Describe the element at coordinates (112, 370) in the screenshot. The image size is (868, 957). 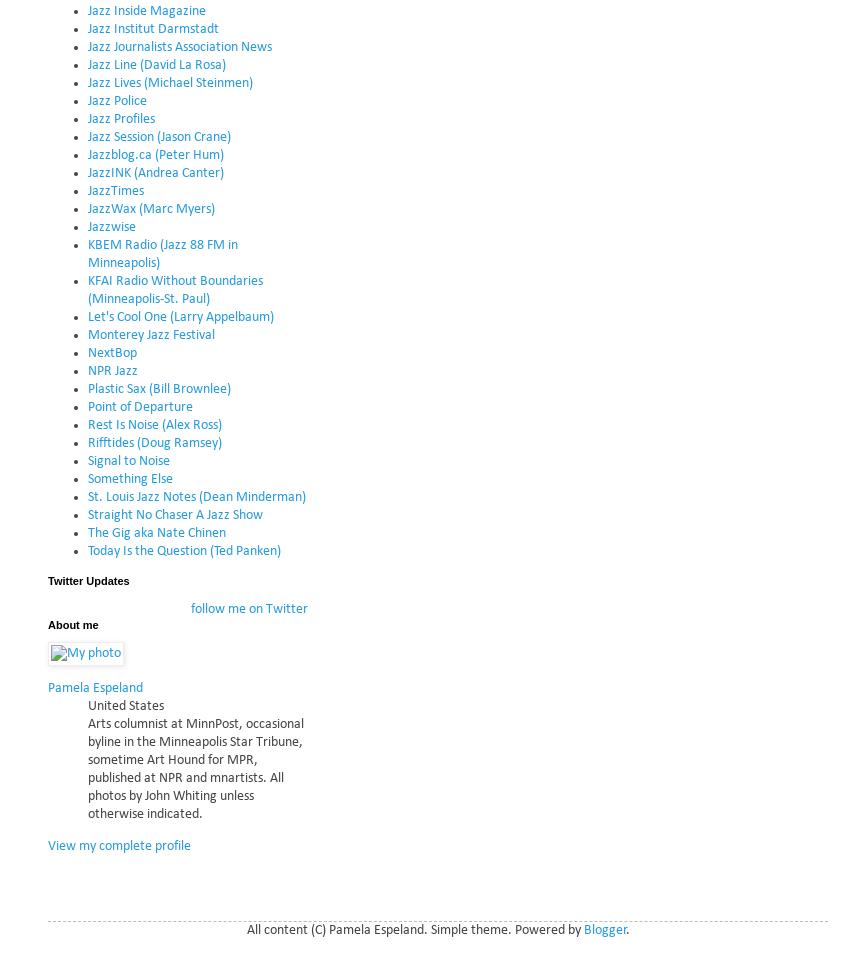
I see `'NPR Jazz'` at that location.